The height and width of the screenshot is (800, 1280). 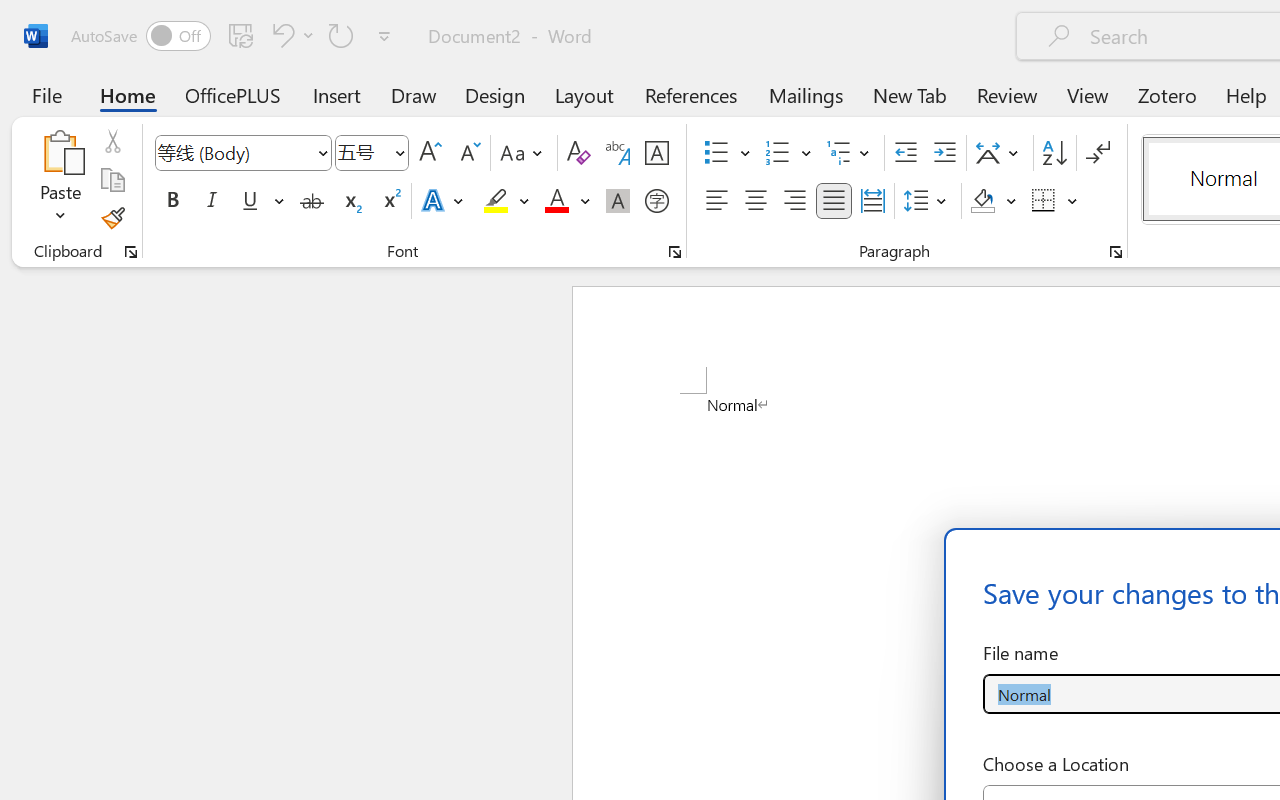 What do you see at coordinates (1072, 201) in the screenshot?
I see `'More Options'` at bounding box center [1072, 201].